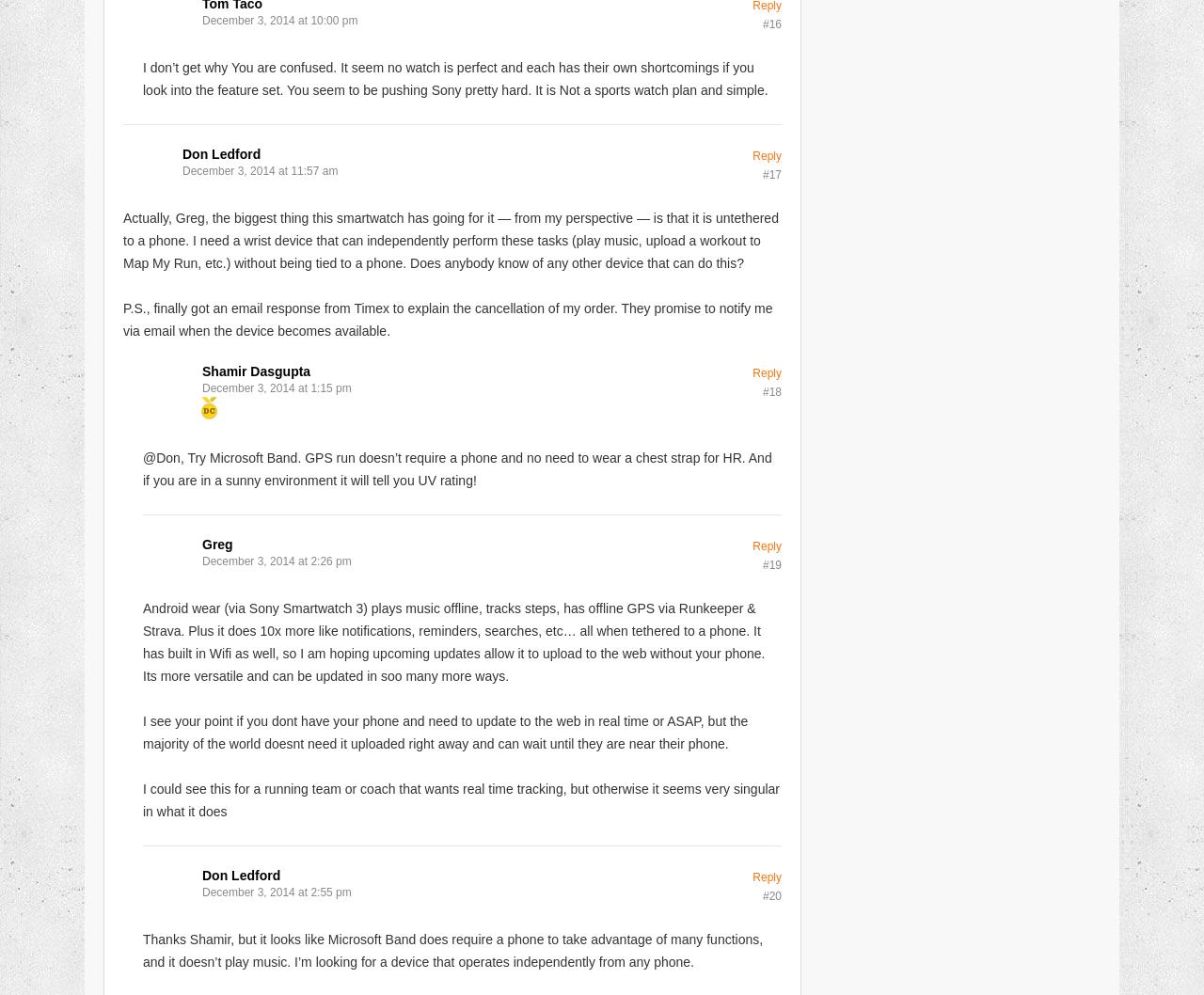 This screenshot has height=995, width=1204. What do you see at coordinates (217, 543) in the screenshot?
I see `'Greg'` at bounding box center [217, 543].